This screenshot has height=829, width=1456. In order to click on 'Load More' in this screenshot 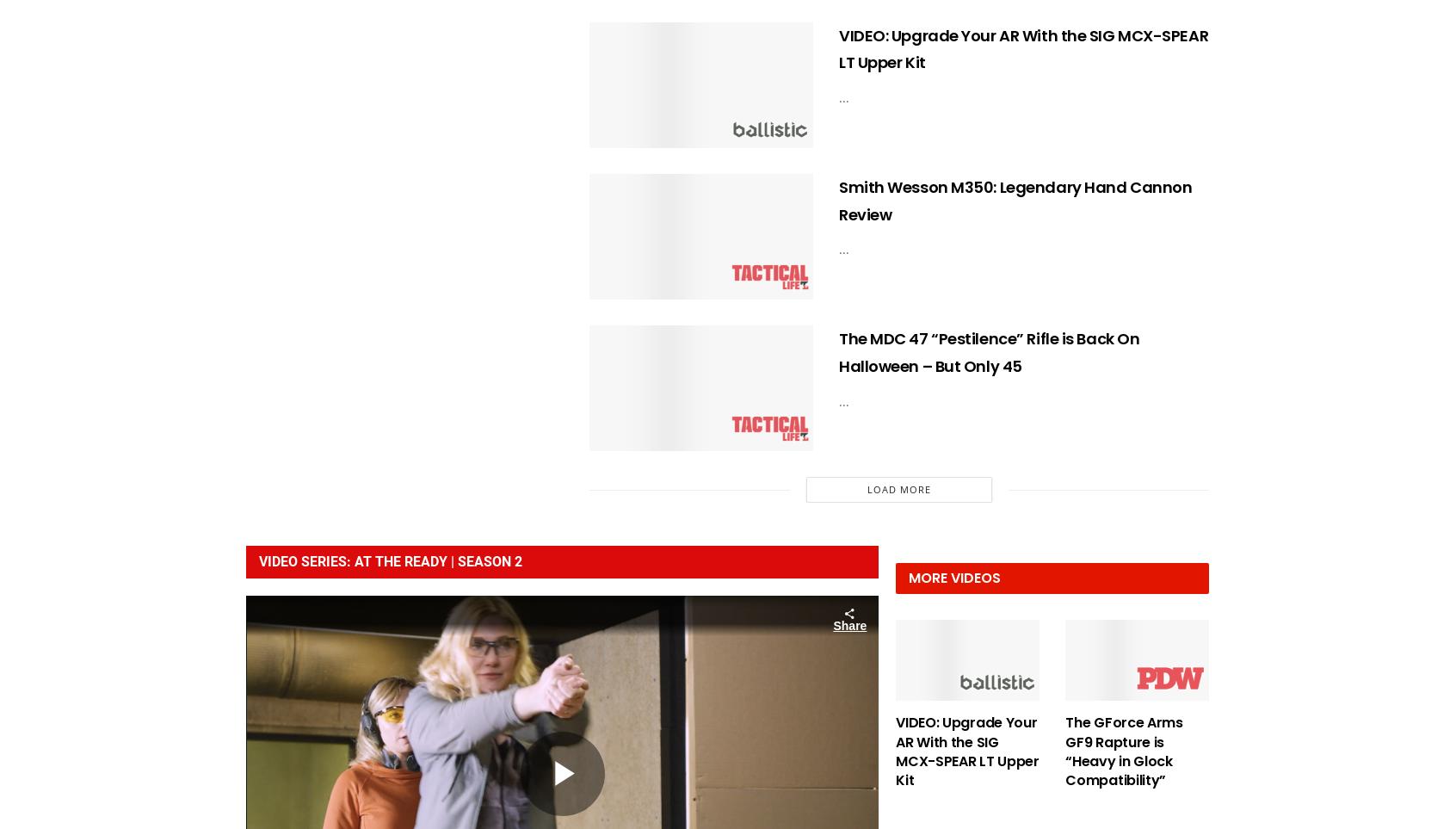, I will do `click(898, 488)`.